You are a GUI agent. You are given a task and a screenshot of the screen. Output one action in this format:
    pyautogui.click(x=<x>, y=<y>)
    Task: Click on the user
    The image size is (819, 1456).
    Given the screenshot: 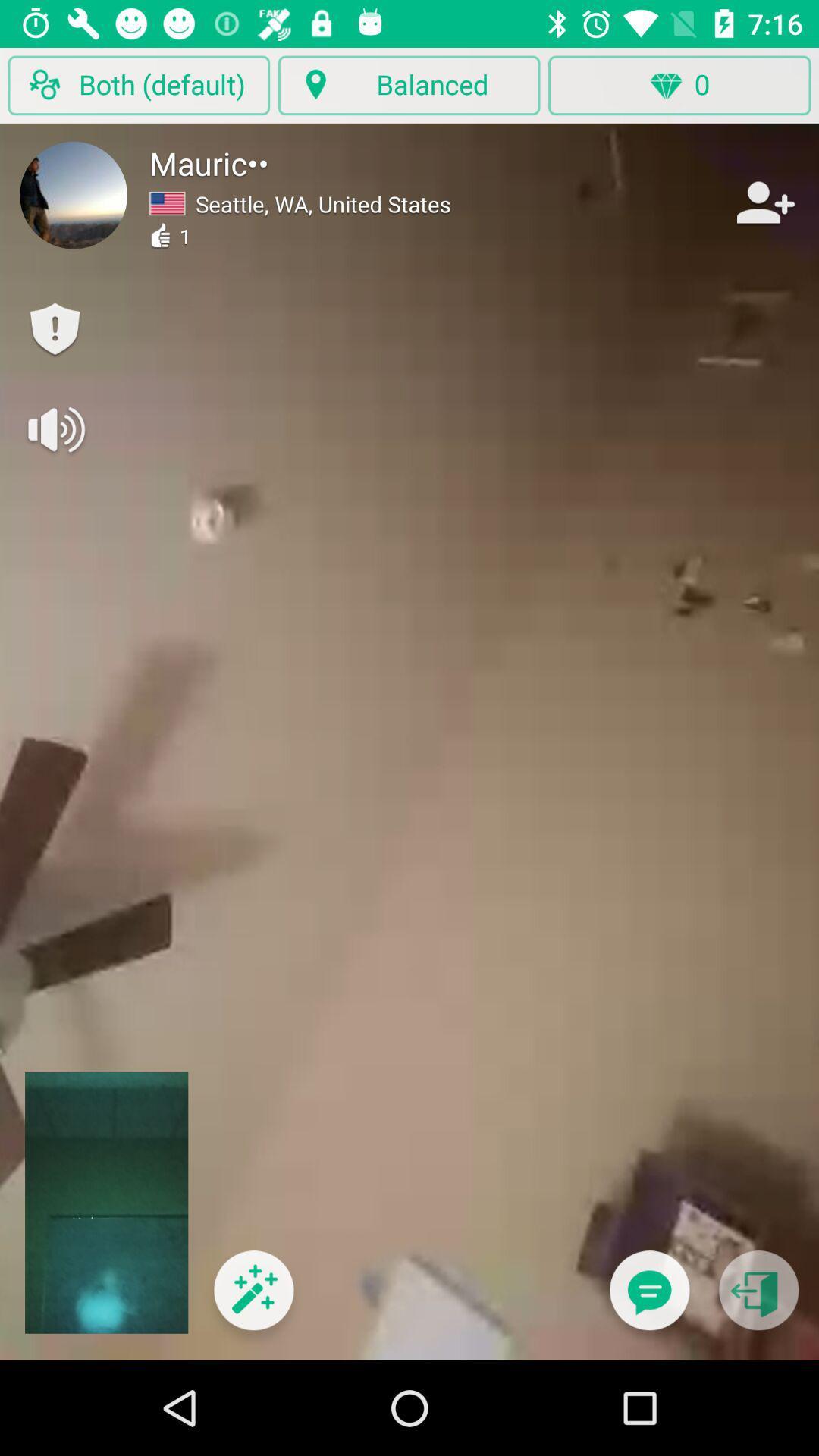 What is the action you would take?
    pyautogui.click(x=764, y=202)
    